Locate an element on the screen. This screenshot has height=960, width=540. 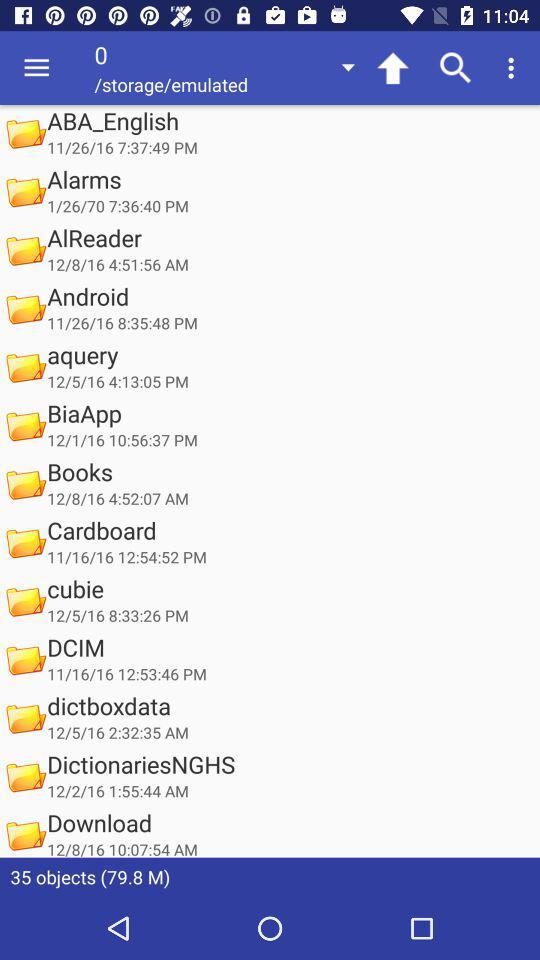
the icon left to the icon search is located at coordinates (393, 68).